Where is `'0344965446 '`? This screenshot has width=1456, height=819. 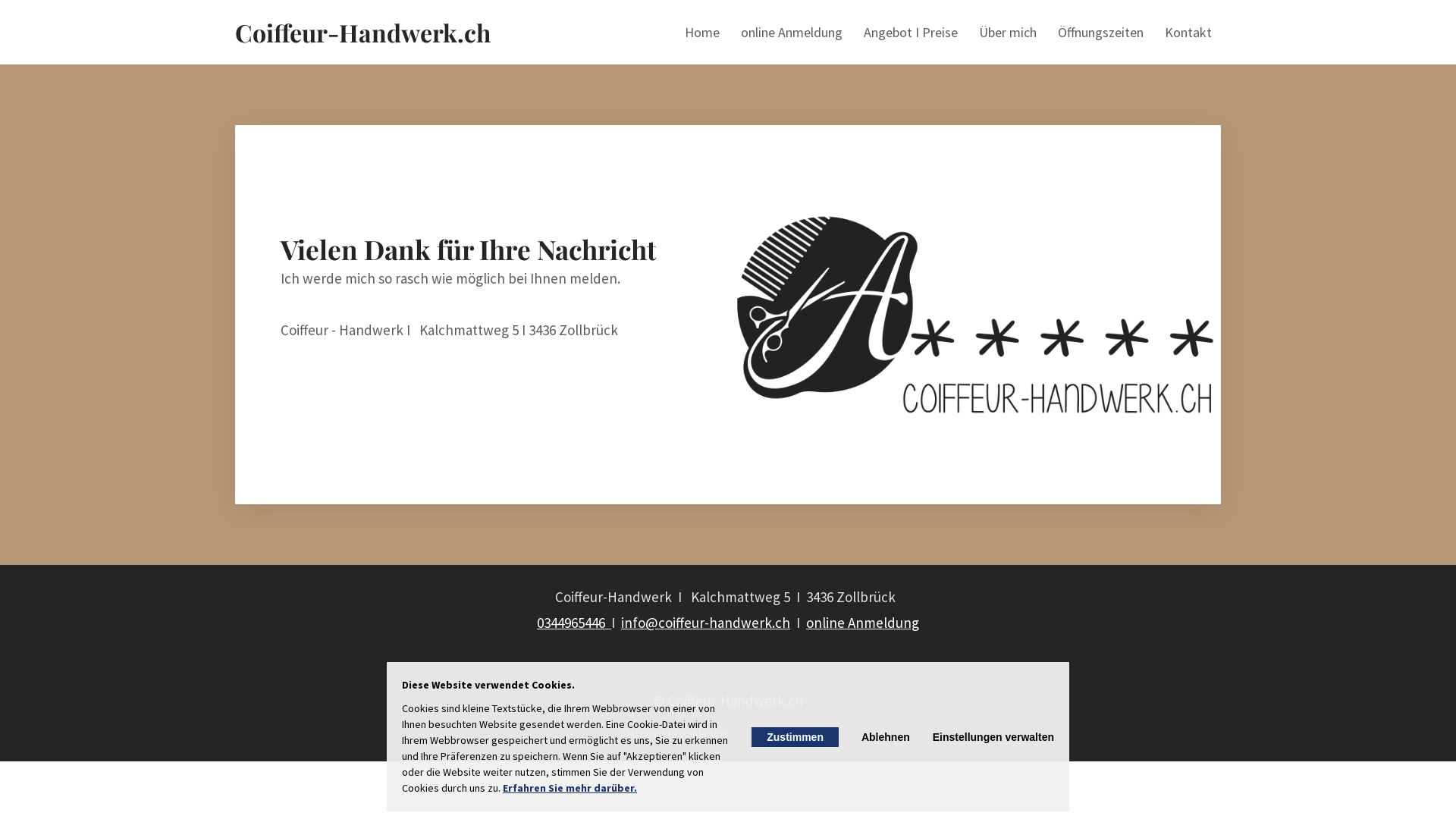
'0344965446 ' is located at coordinates (573, 623).